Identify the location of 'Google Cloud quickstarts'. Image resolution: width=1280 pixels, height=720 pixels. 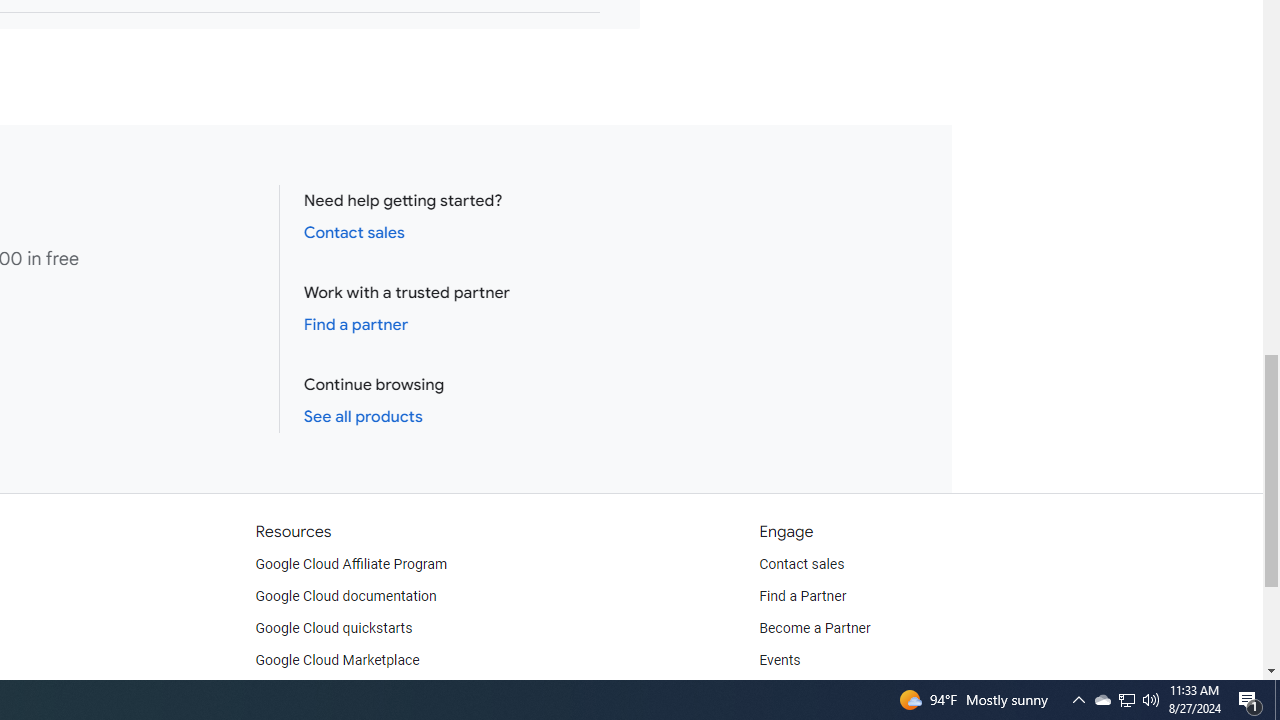
(334, 627).